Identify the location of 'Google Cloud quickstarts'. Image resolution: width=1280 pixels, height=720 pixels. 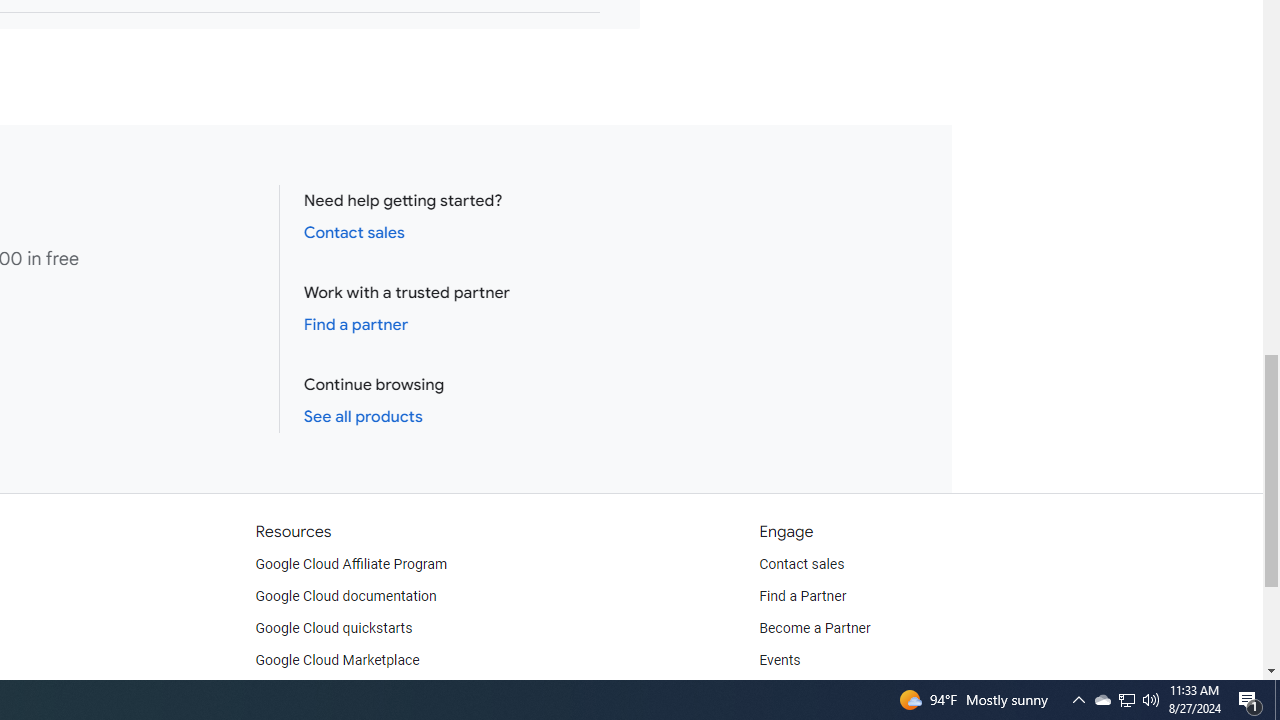
(334, 627).